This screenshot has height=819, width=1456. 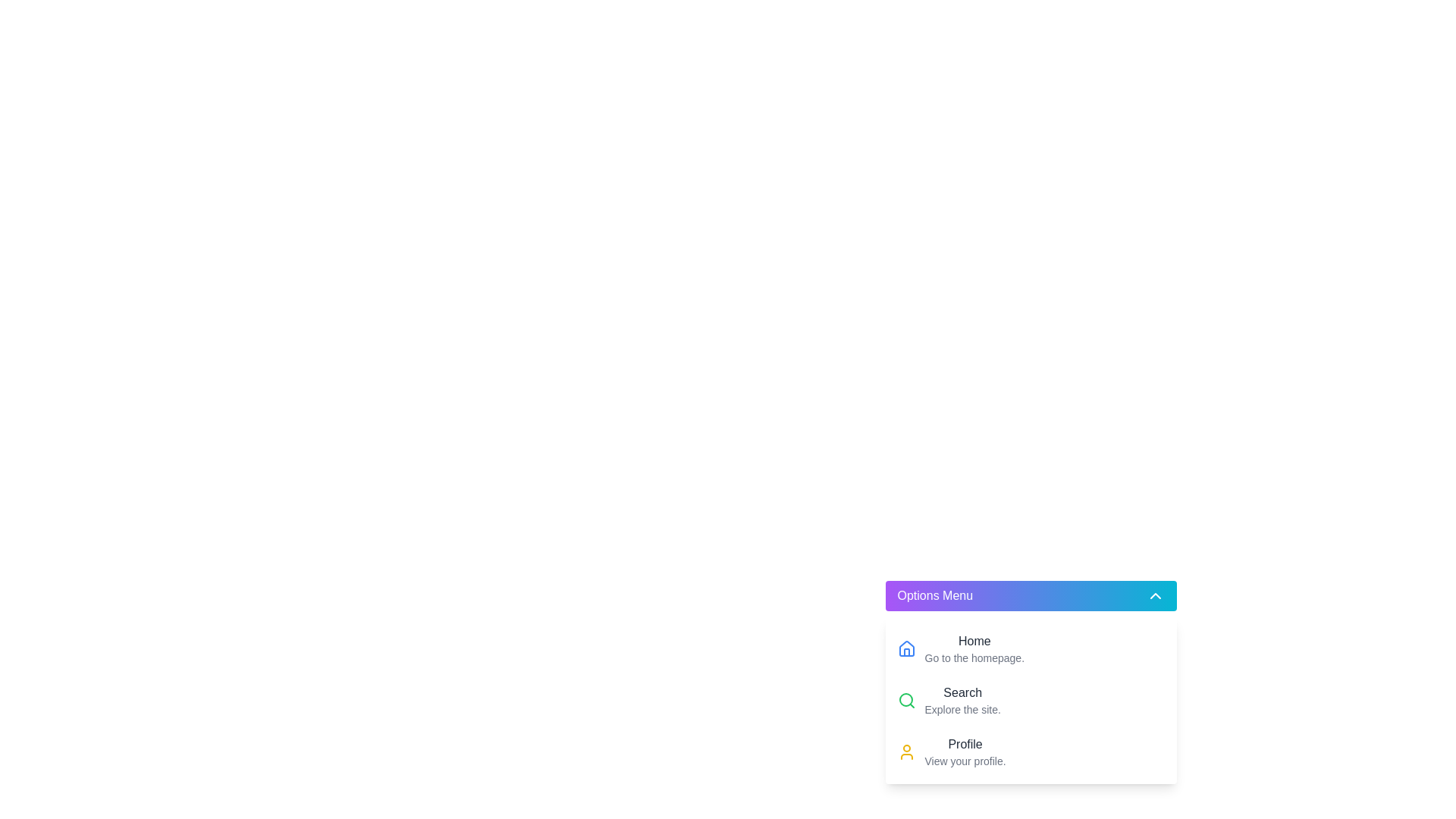 What do you see at coordinates (1031, 701) in the screenshot?
I see `the second option in the 'Options Menu' dropdown, labeled 'SearchExplore the site.'` at bounding box center [1031, 701].